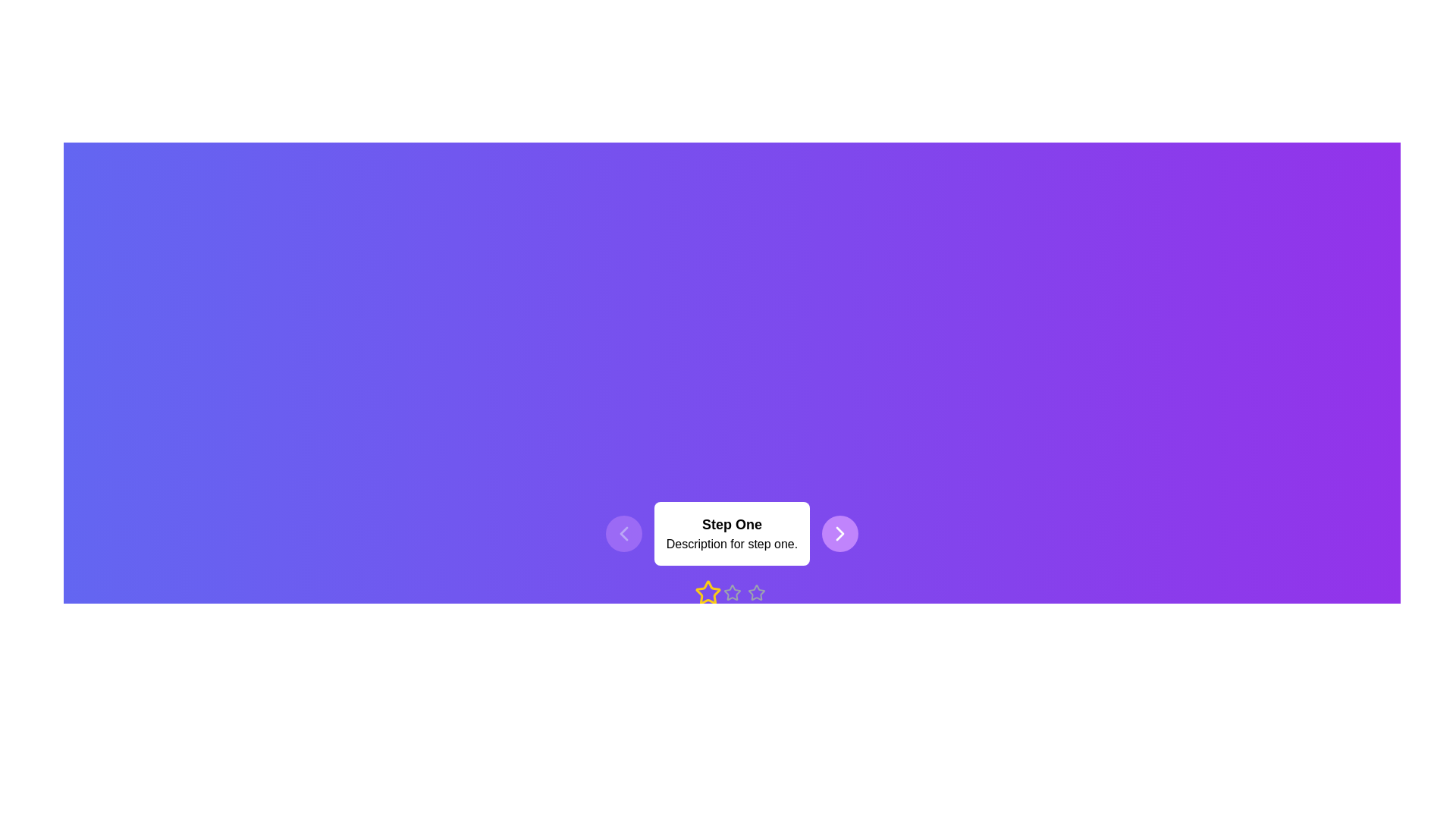  I want to click on the current step to 1 by clicking the corresponding star, so click(707, 592).